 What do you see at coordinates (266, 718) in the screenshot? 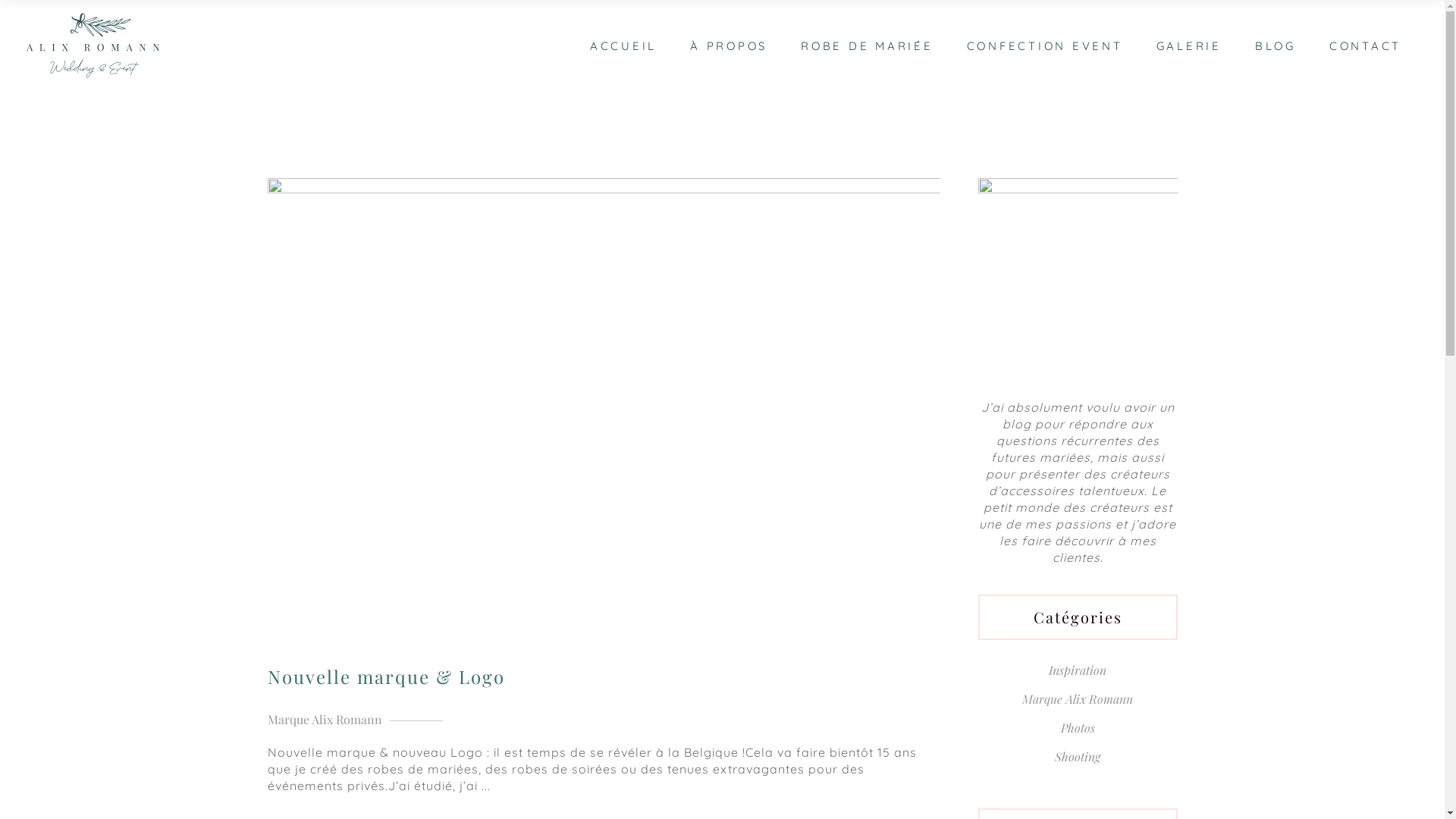
I see `'Marque Alix Romann'` at bounding box center [266, 718].